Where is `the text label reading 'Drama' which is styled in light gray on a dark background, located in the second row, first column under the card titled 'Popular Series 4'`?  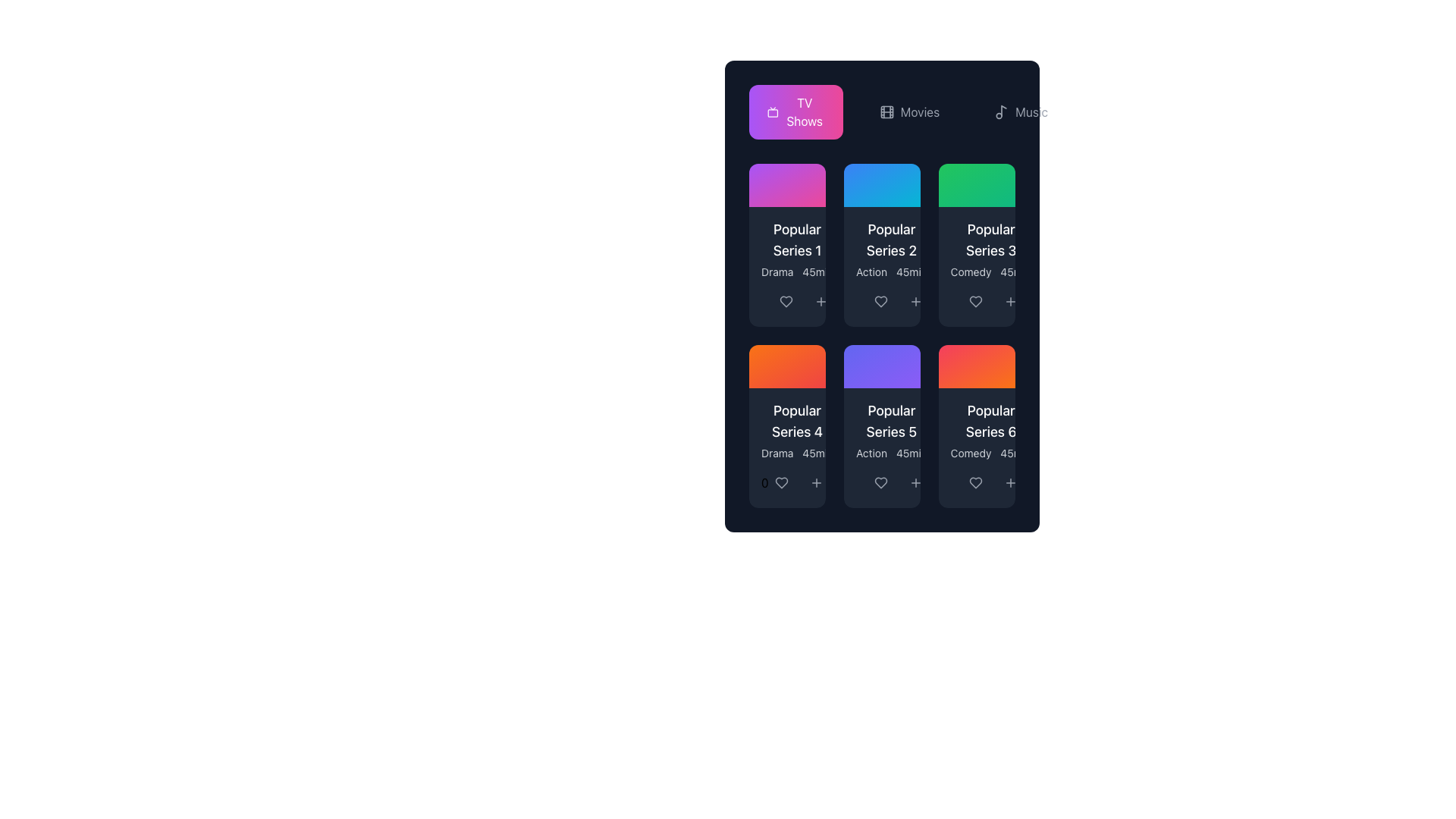
the text label reading 'Drama' which is styled in light gray on a dark background, located in the second row, first column under the card titled 'Popular Series 4' is located at coordinates (777, 452).